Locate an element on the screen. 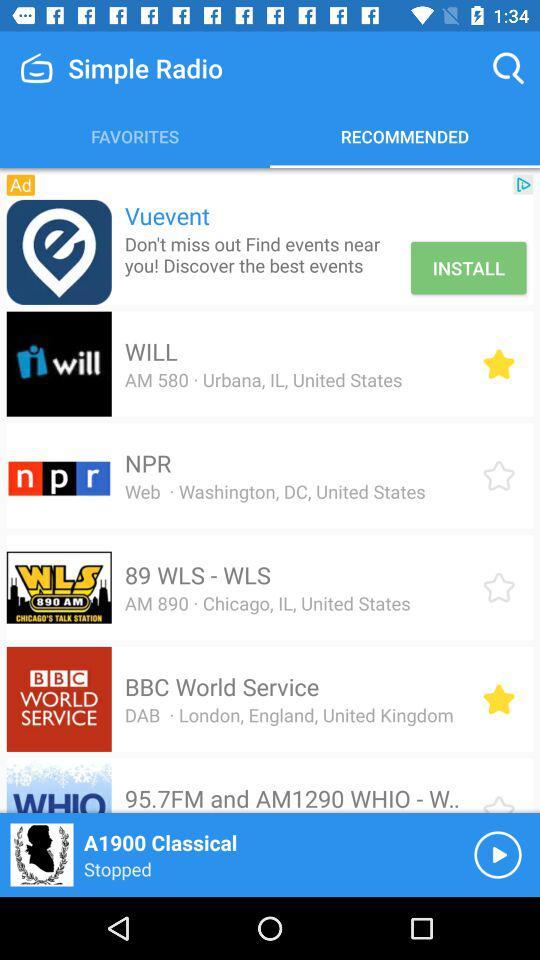 The image size is (540, 960). advertisement is located at coordinates (59, 251).